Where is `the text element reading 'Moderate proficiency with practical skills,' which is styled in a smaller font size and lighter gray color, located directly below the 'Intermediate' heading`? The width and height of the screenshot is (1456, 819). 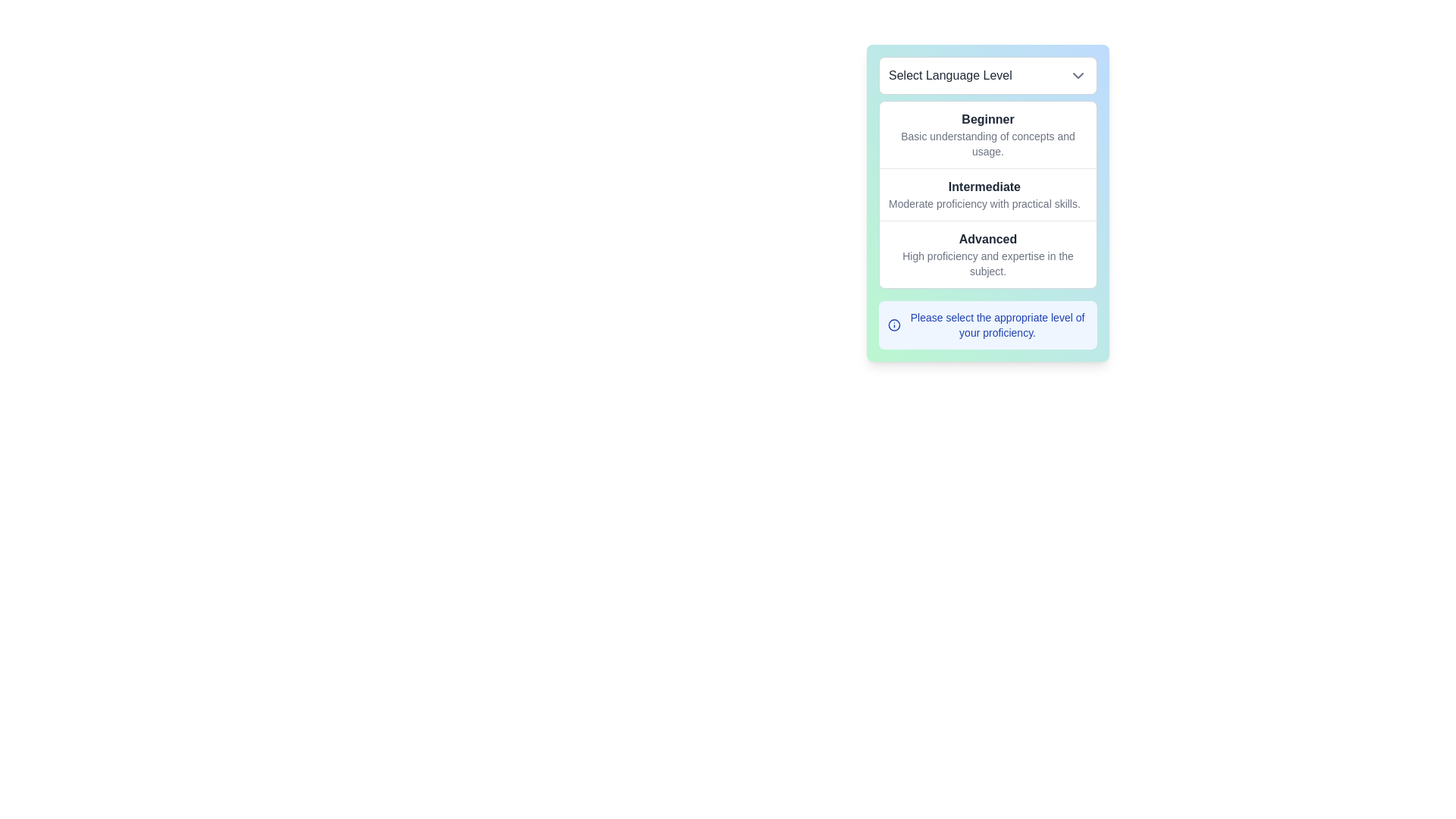 the text element reading 'Moderate proficiency with practical skills,' which is styled in a smaller font size and lighter gray color, located directly below the 'Intermediate' heading is located at coordinates (984, 203).